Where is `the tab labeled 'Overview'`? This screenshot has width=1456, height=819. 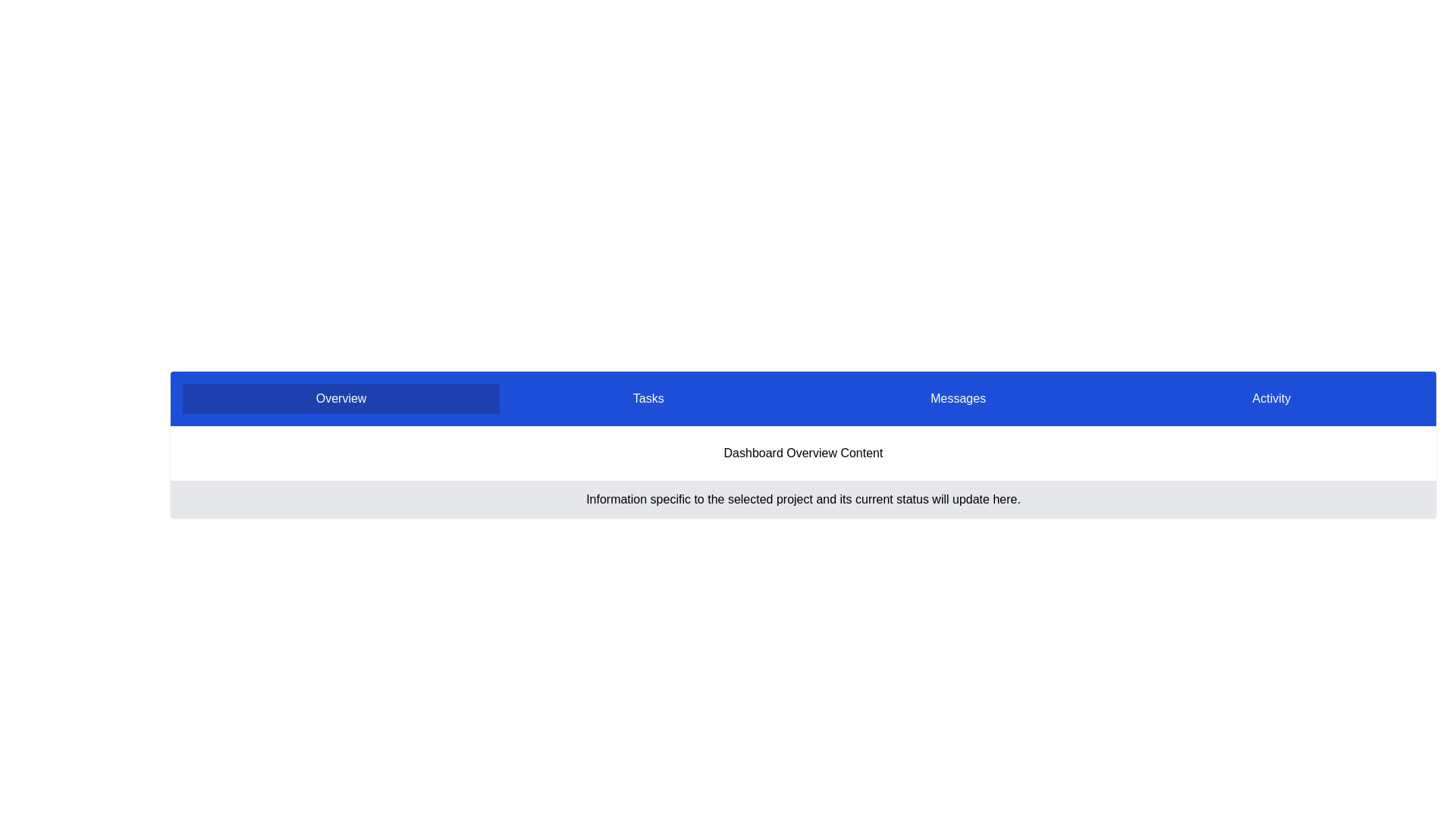 the tab labeled 'Overview' is located at coordinates (340, 397).